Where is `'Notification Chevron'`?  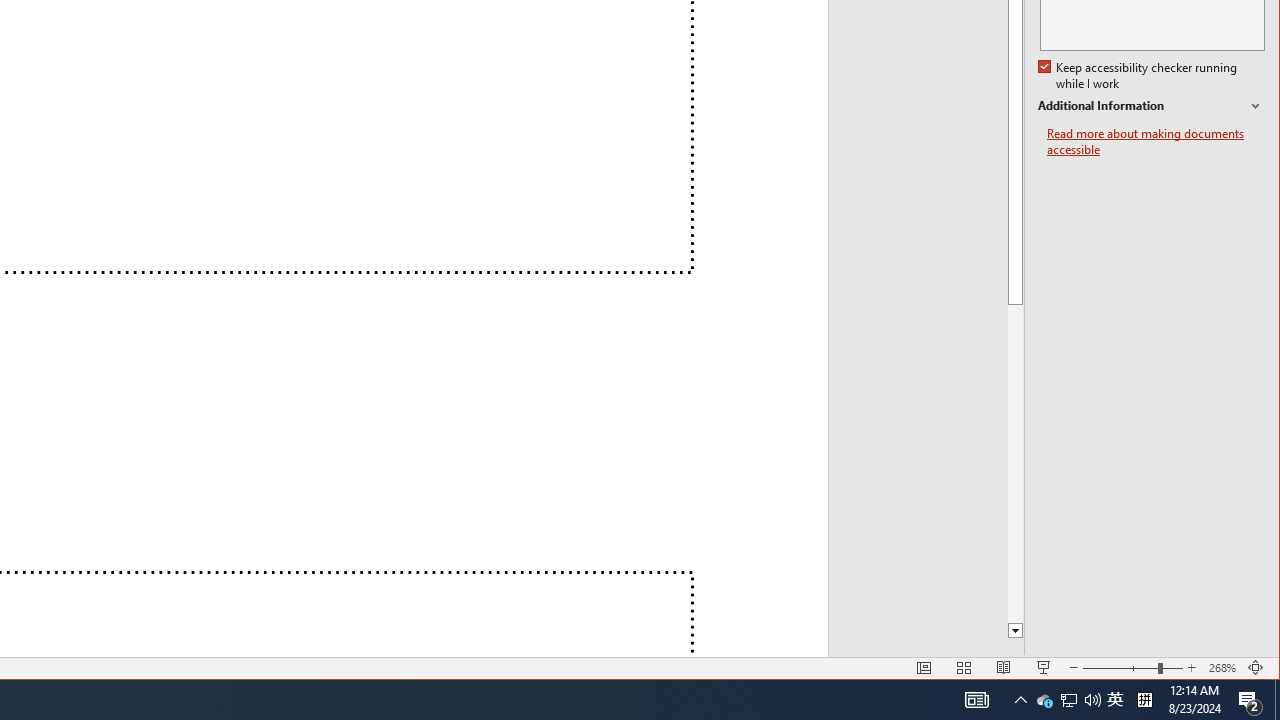 'Notification Chevron' is located at coordinates (977, 698).